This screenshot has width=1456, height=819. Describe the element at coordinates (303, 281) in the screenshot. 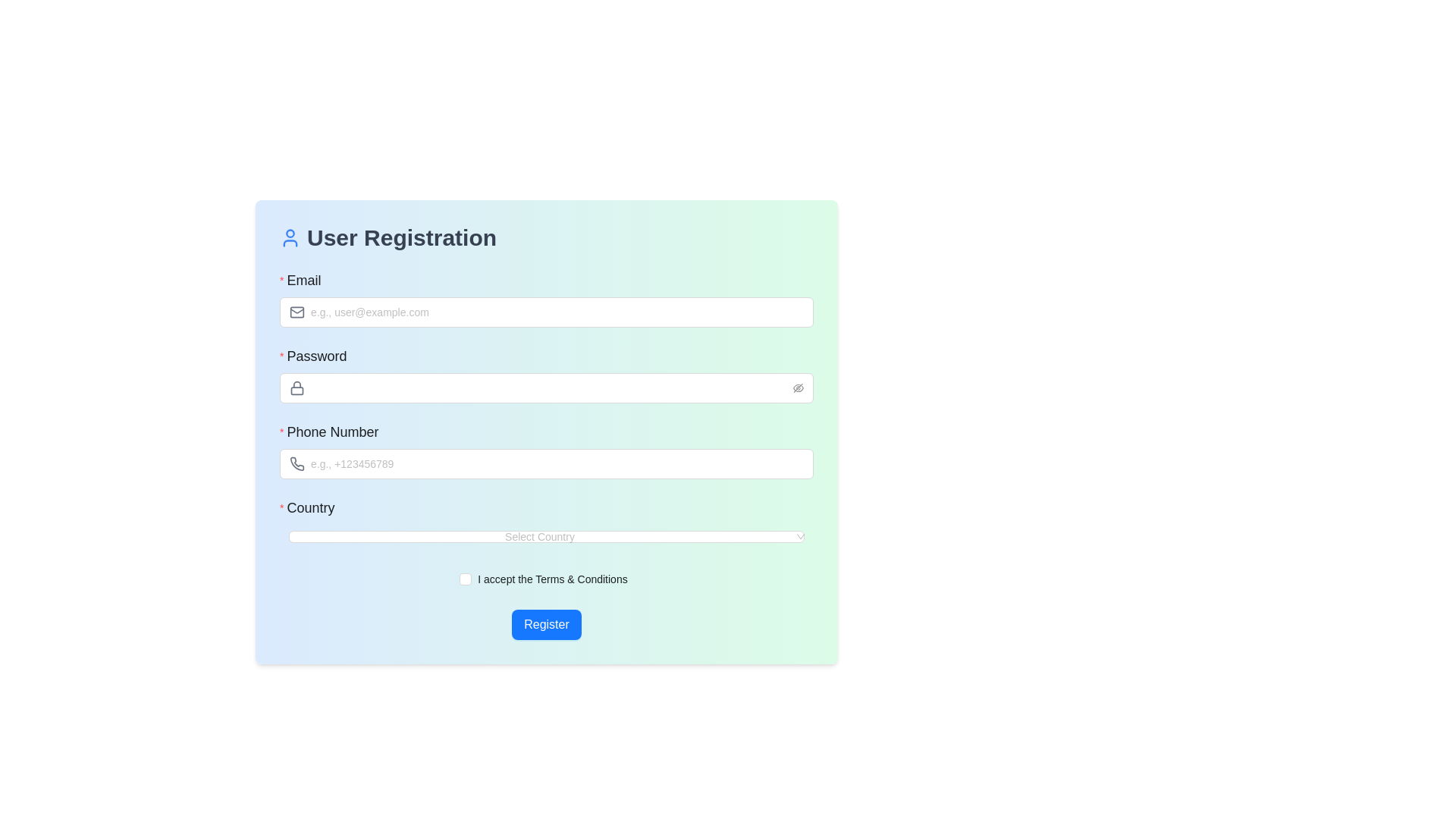

I see `the text label displaying 'Email', which is styled with a large font size and bold text, located above the email input field in the User Registration form` at that location.